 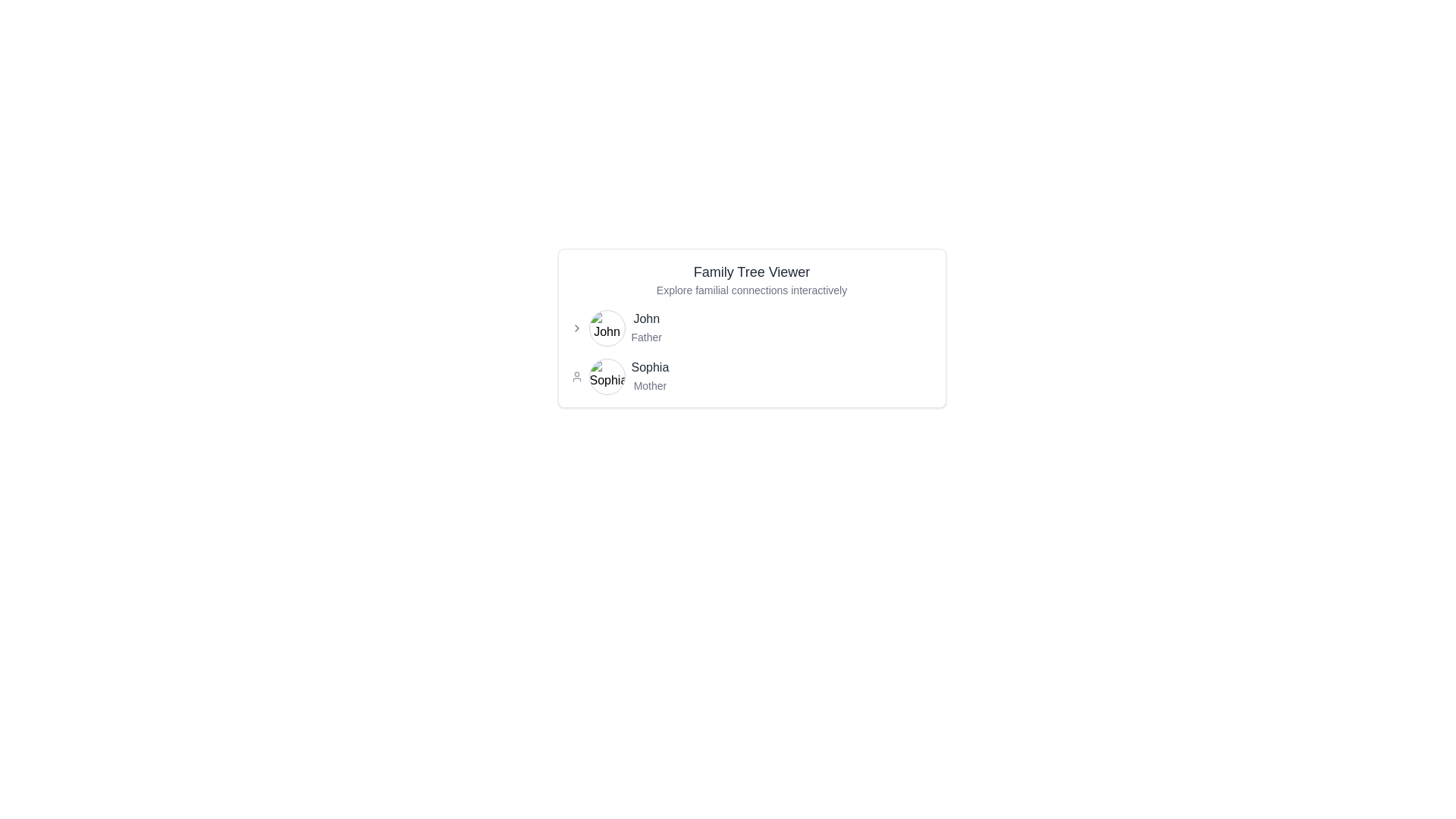 What do you see at coordinates (650, 367) in the screenshot?
I see `the text label representing the name 'Sophia' in the family tree viewer, which is located in the 'Mother' group` at bounding box center [650, 367].